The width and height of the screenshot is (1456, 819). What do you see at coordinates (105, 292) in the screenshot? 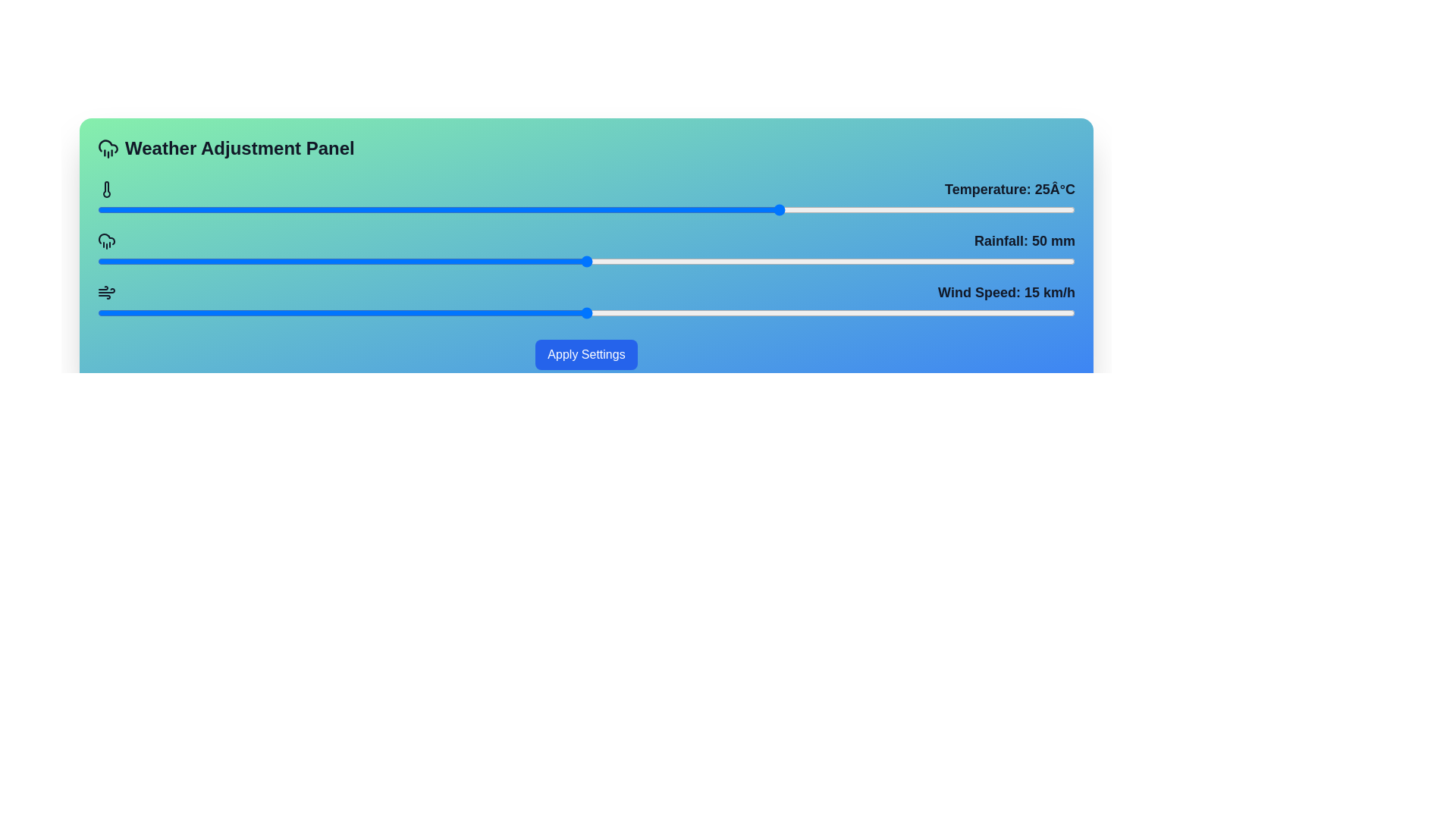
I see `the decorative SVG graphical icon indicating 'Wind Speed' positioned to the left of the text 'Wind Speed: 15 km/h.'` at bounding box center [105, 292].